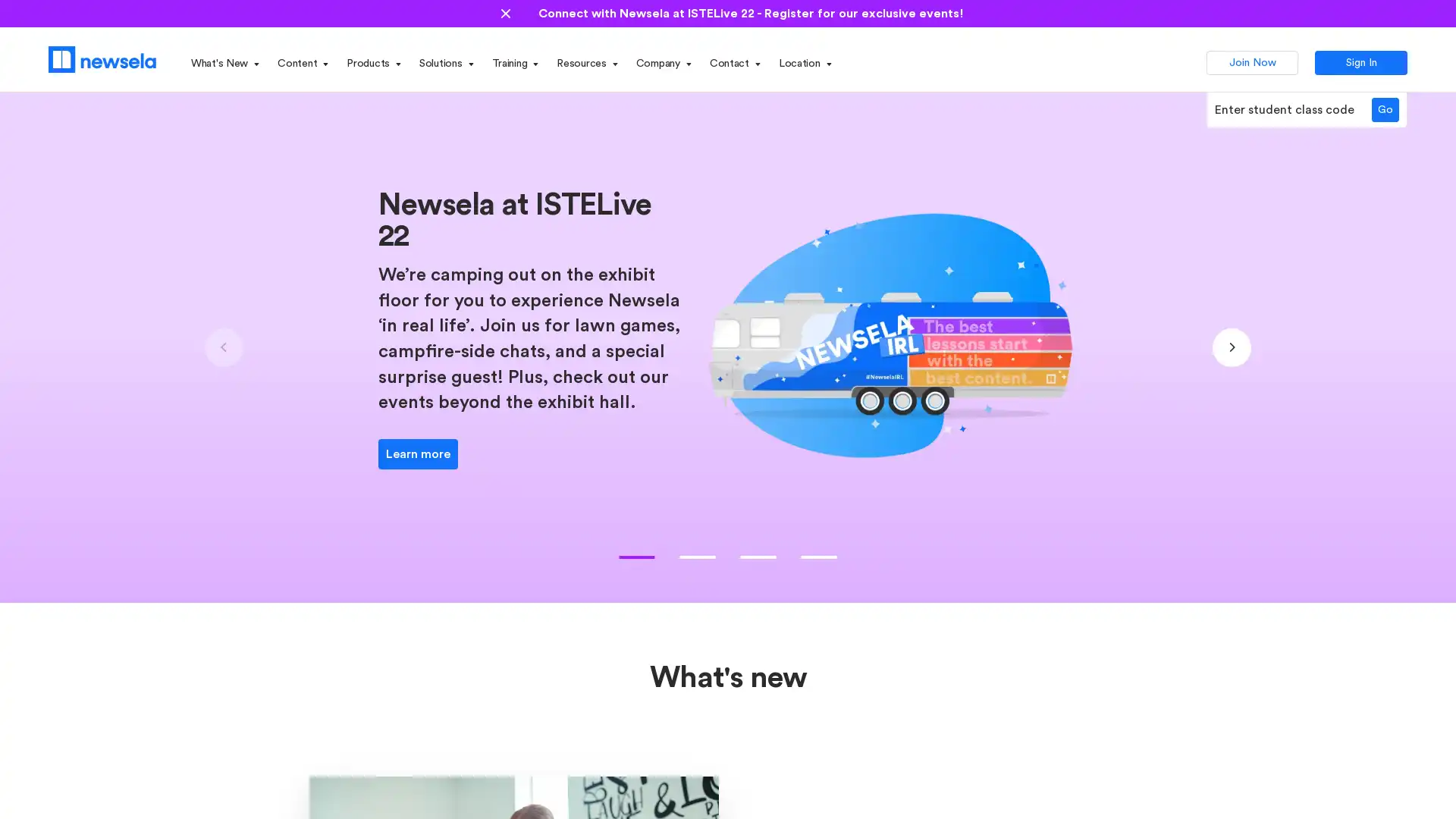 The image size is (1456, 819). Describe the element at coordinates (637, 557) in the screenshot. I see `Go to slide 0` at that location.